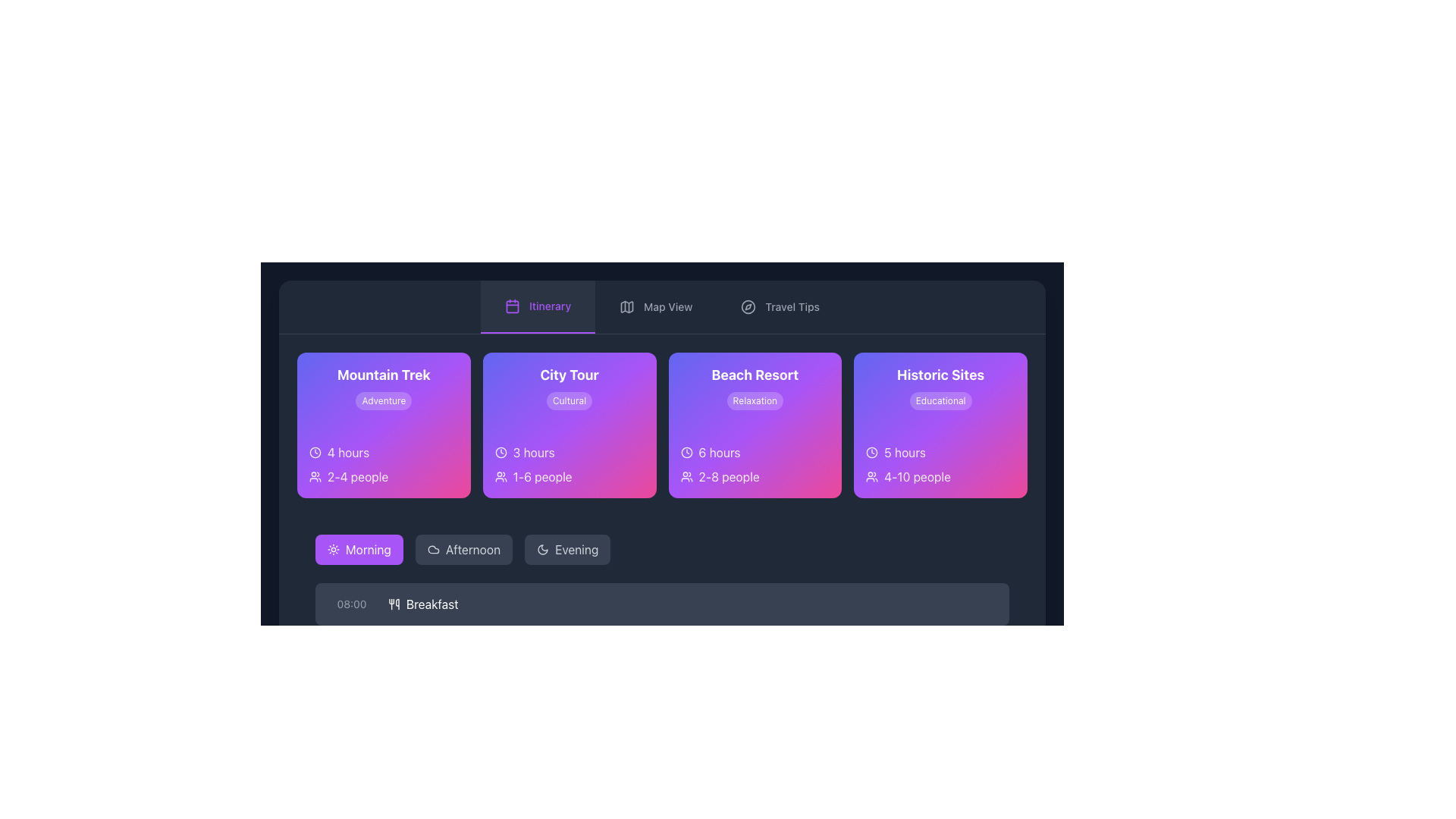 This screenshot has height=819, width=1456. Describe the element at coordinates (315, 452) in the screenshot. I see `the decorative icon indicating time duration, which is located to the left of the text '4 hours' within the group under the title 'Mountain Trek'` at that location.